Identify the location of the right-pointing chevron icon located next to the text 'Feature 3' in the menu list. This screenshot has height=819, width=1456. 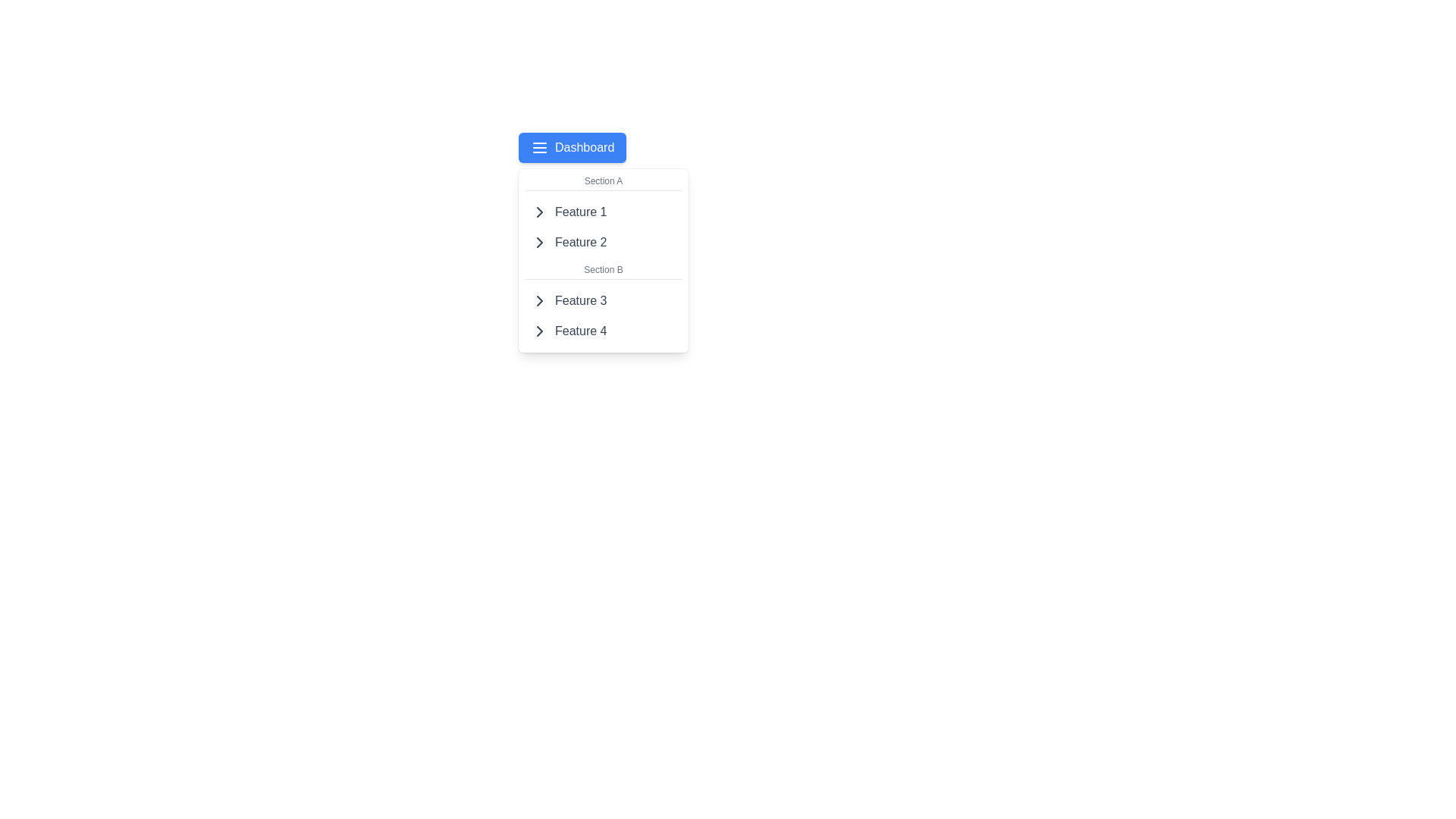
(539, 301).